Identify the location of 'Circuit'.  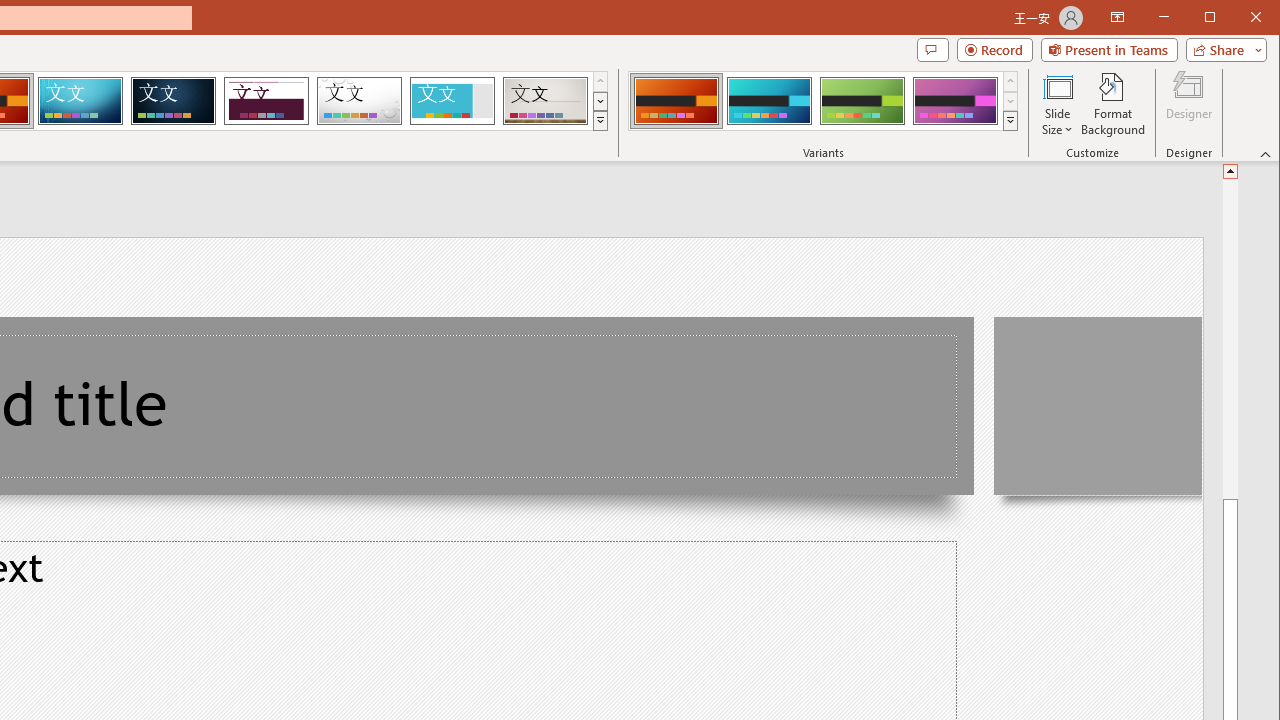
(80, 100).